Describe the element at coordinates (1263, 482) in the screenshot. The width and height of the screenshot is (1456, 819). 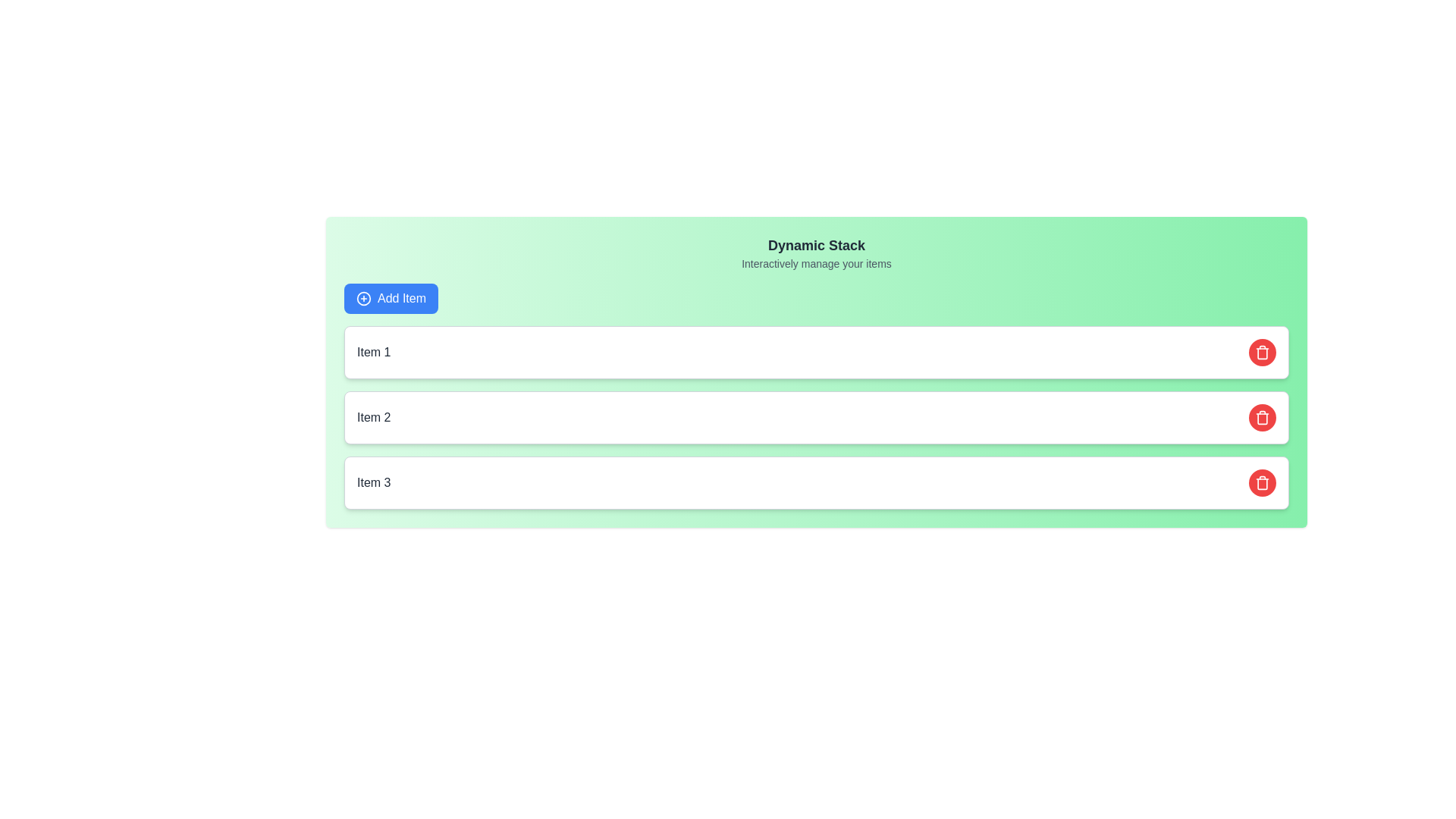
I see `the delete icon button located on the far-right side of the third row of items adjacent to the label 'Item 3'` at that location.